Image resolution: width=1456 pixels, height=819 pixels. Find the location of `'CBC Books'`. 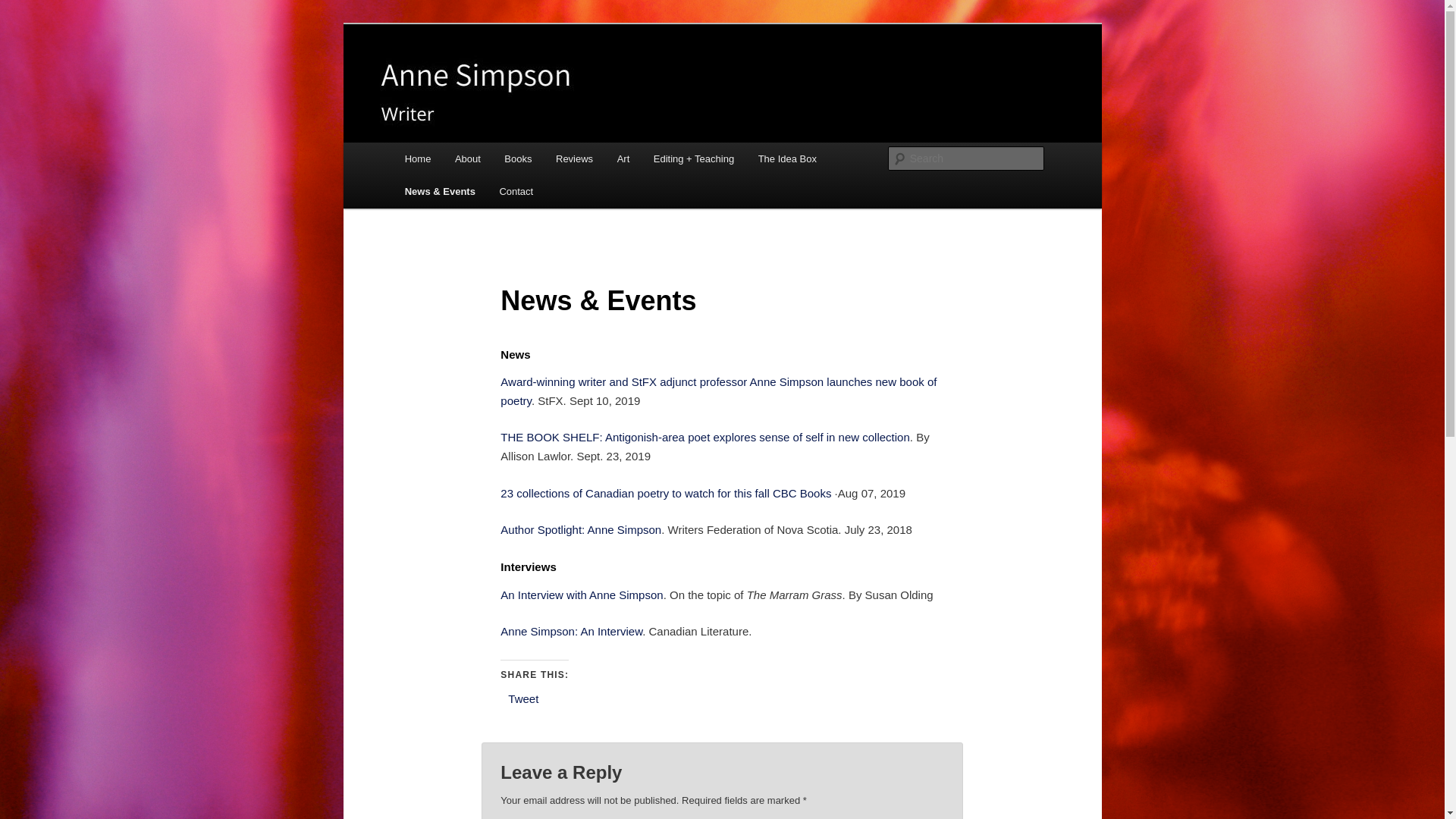

'CBC Books' is located at coordinates (801, 493).